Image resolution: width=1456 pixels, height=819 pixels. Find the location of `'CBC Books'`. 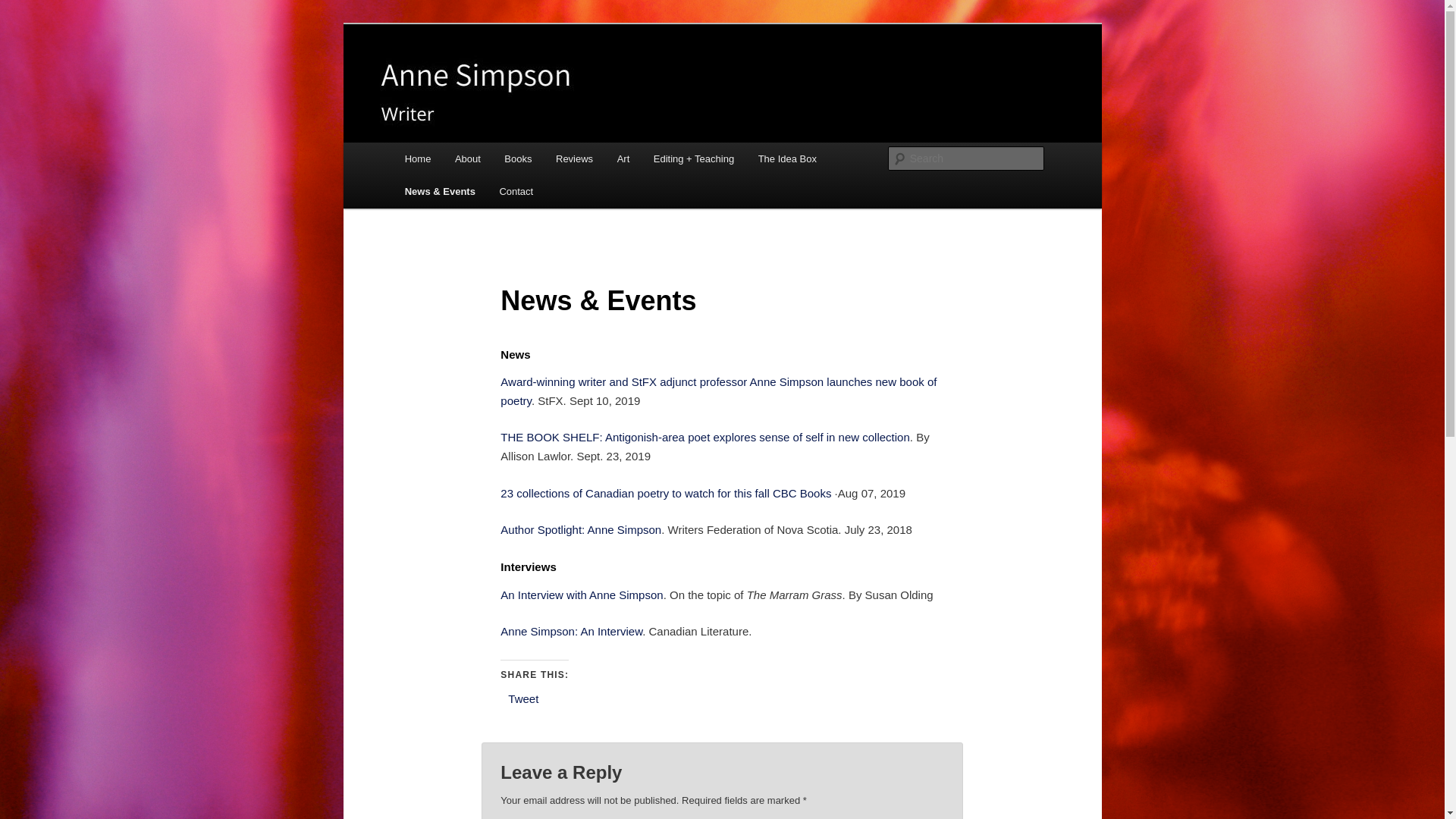

'CBC Books' is located at coordinates (801, 493).